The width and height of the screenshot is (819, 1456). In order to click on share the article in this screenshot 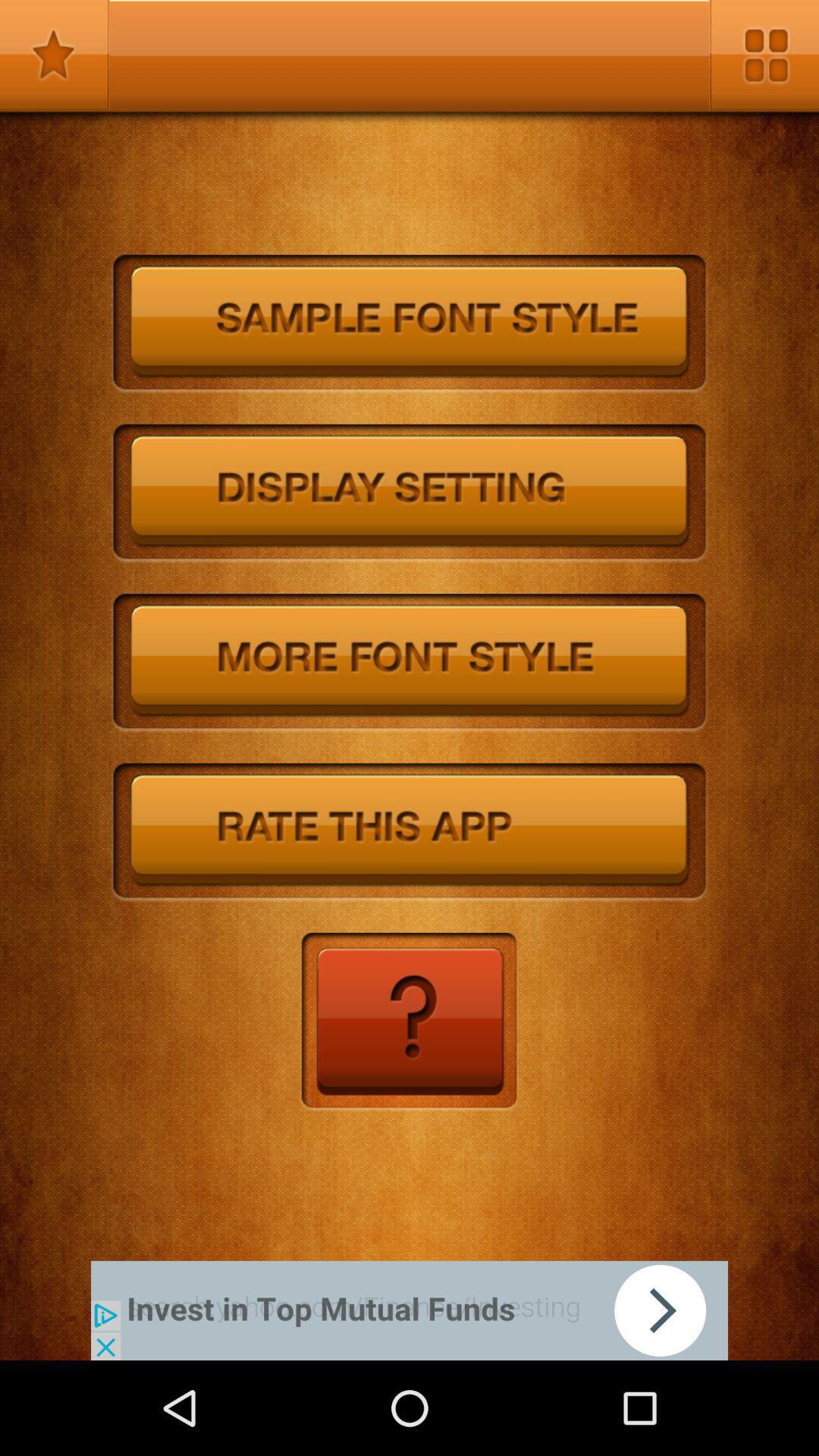, I will do `click(409, 1310)`.